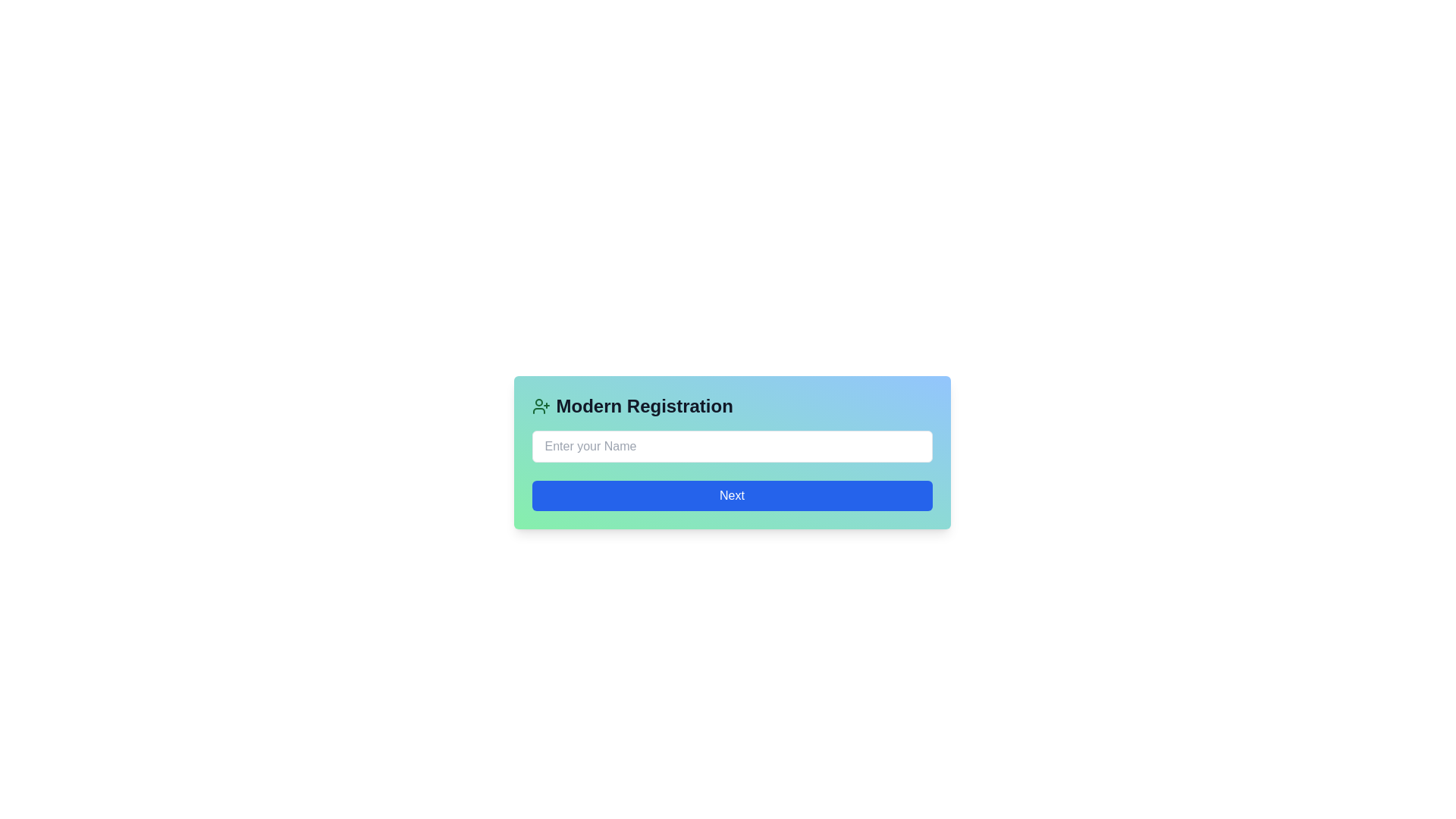 This screenshot has height=819, width=1456. What do you see at coordinates (541, 406) in the screenshot?
I see `the user silhouette icon with a plus symbol, styled in green, located to the left of the 'Modern Registration' text` at bounding box center [541, 406].